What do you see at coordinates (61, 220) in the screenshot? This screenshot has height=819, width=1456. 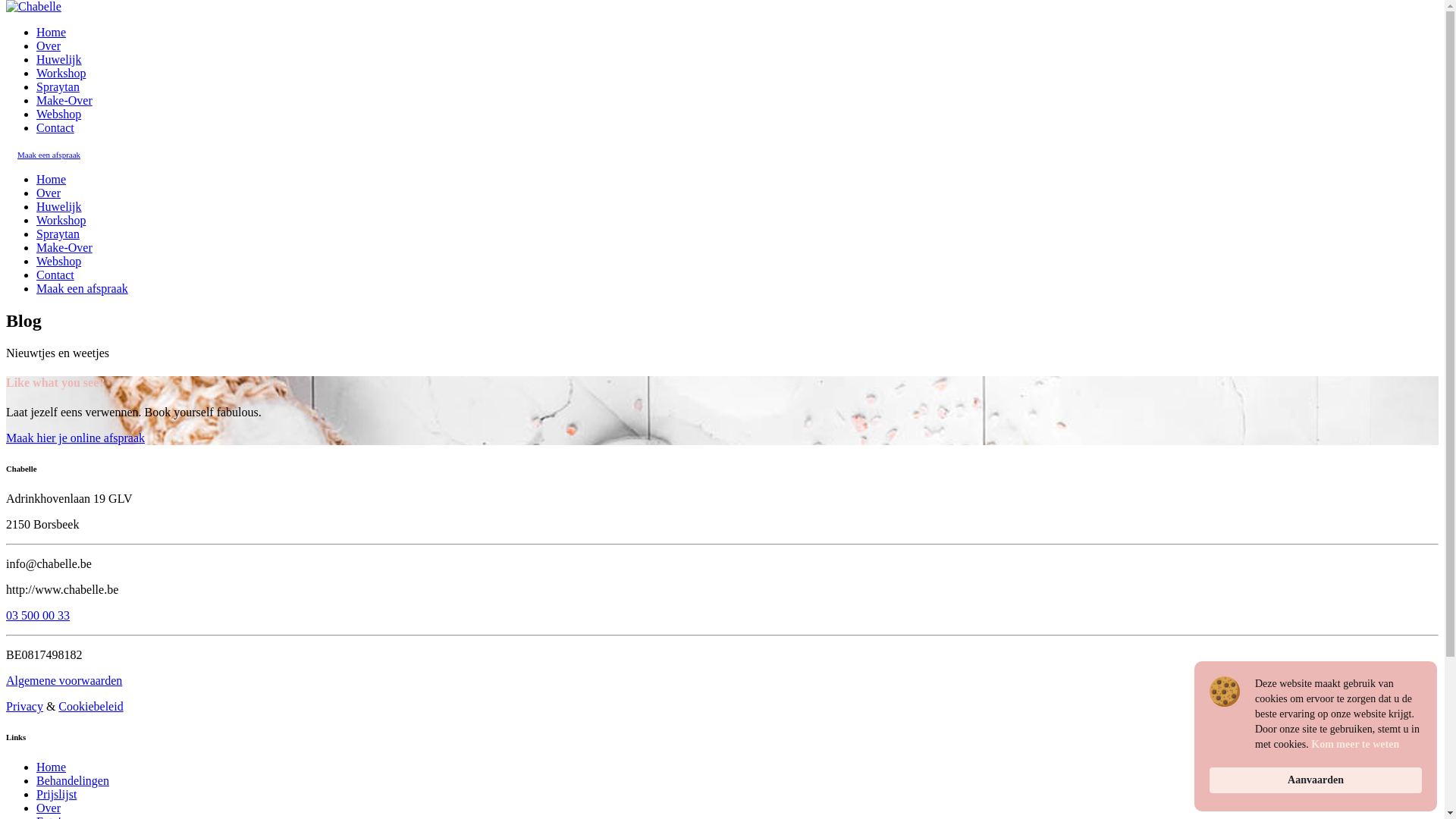 I see `'Workshop'` at bounding box center [61, 220].